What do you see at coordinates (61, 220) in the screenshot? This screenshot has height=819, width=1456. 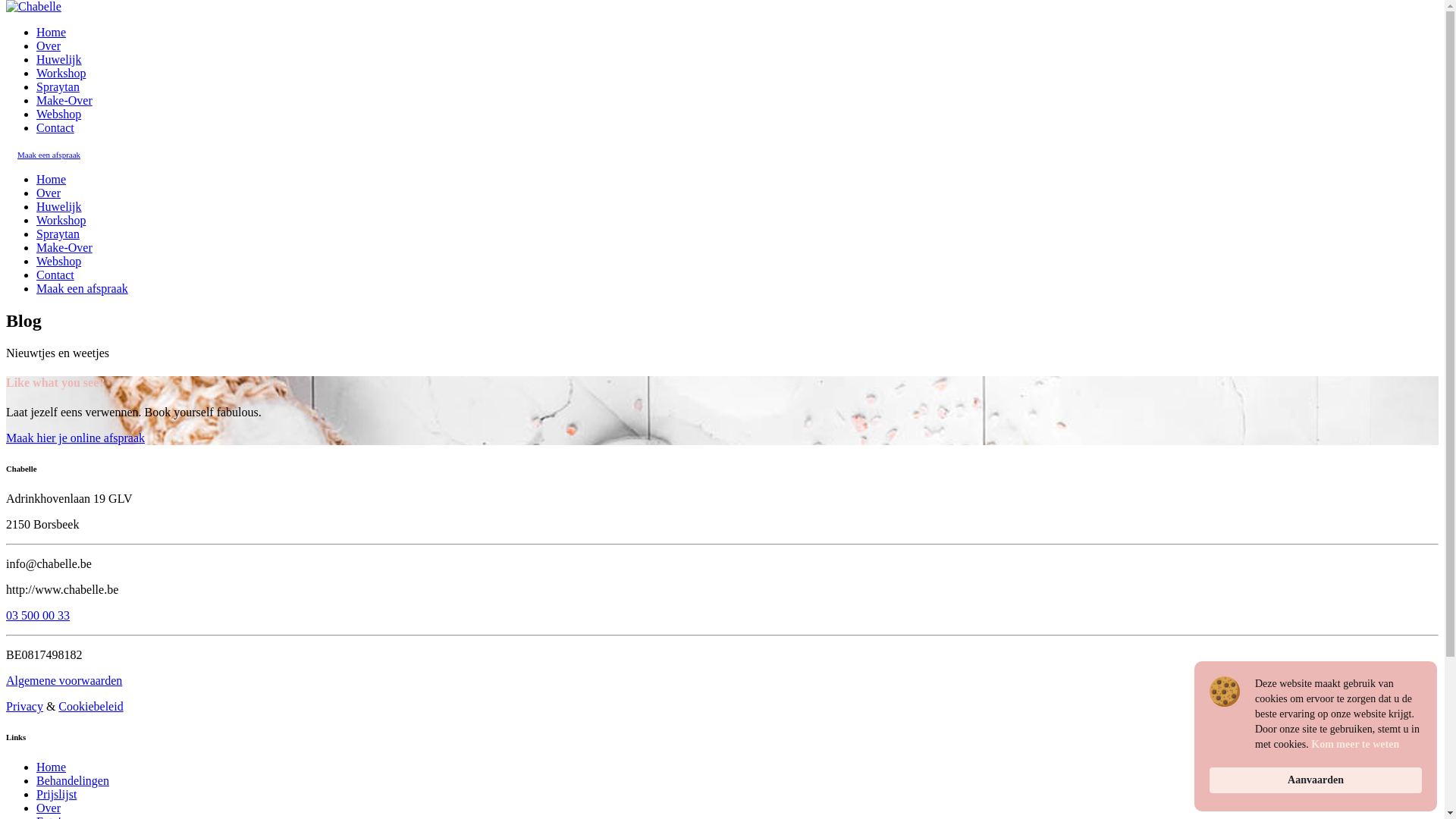 I see `'Workshop'` at bounding box center [61, 220].